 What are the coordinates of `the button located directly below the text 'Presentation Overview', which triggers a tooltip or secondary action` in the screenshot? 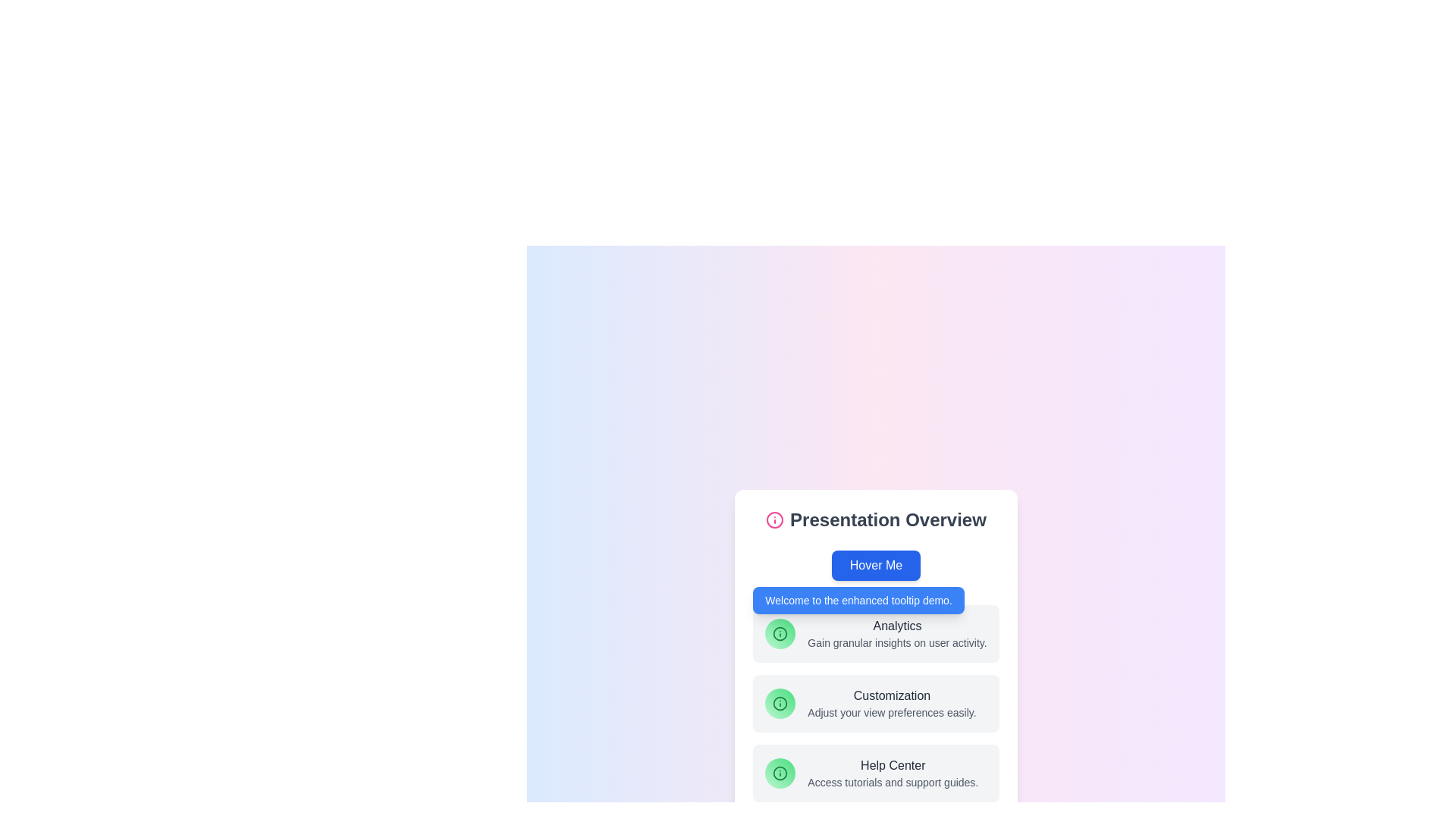 It's located at (876, 565).